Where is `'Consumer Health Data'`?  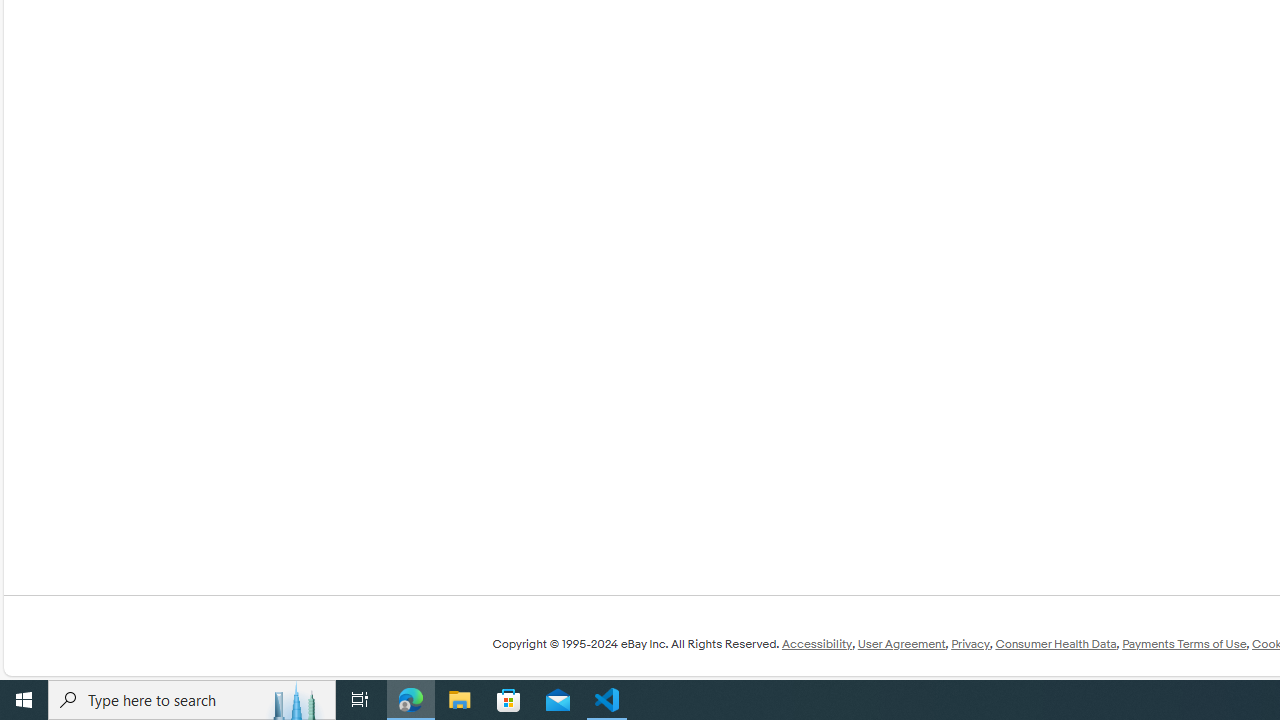 'Consumer Health Data' is located at coordinates (1055, 644).